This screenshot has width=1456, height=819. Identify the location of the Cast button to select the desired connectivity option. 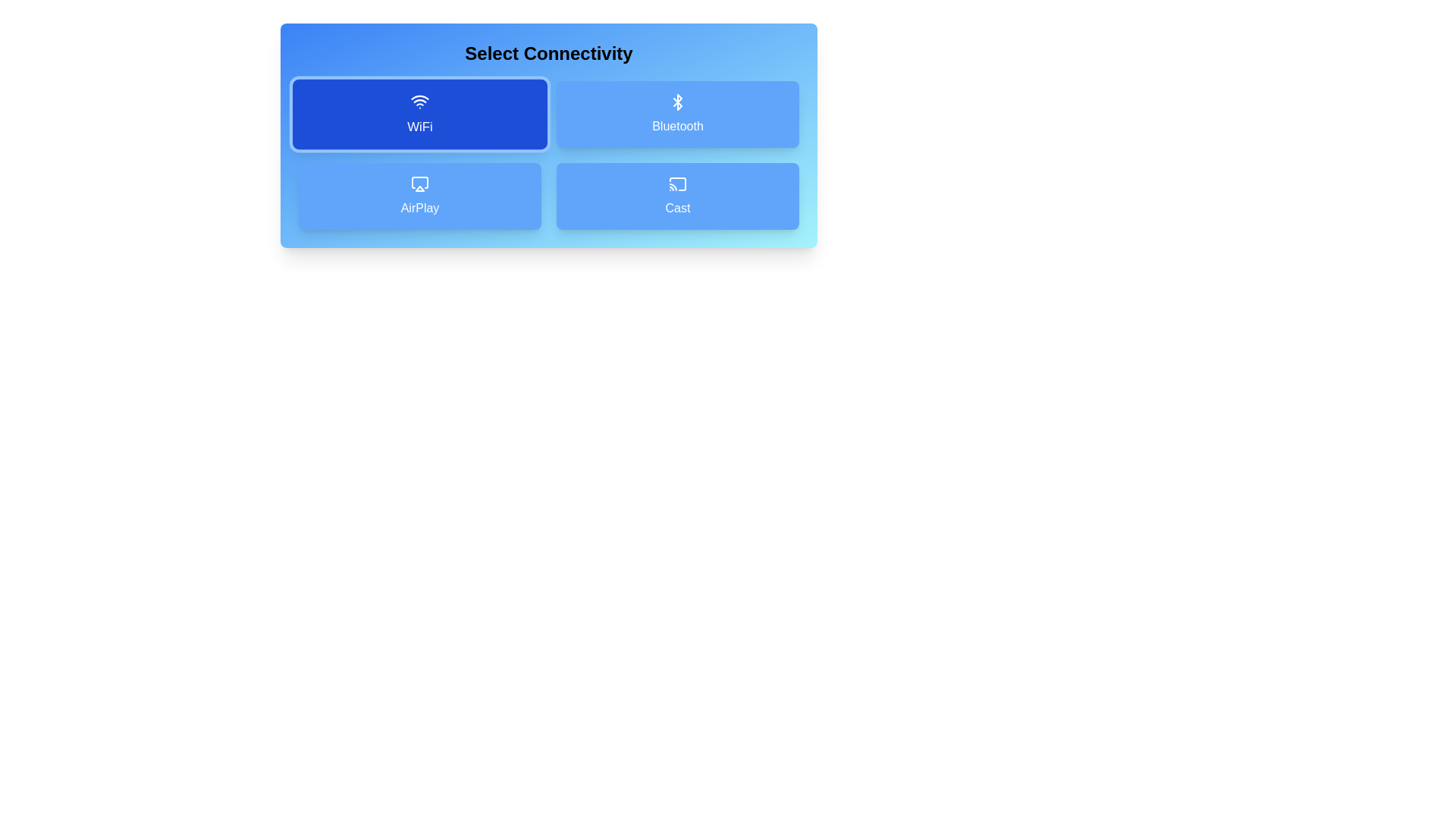
(676, 195).